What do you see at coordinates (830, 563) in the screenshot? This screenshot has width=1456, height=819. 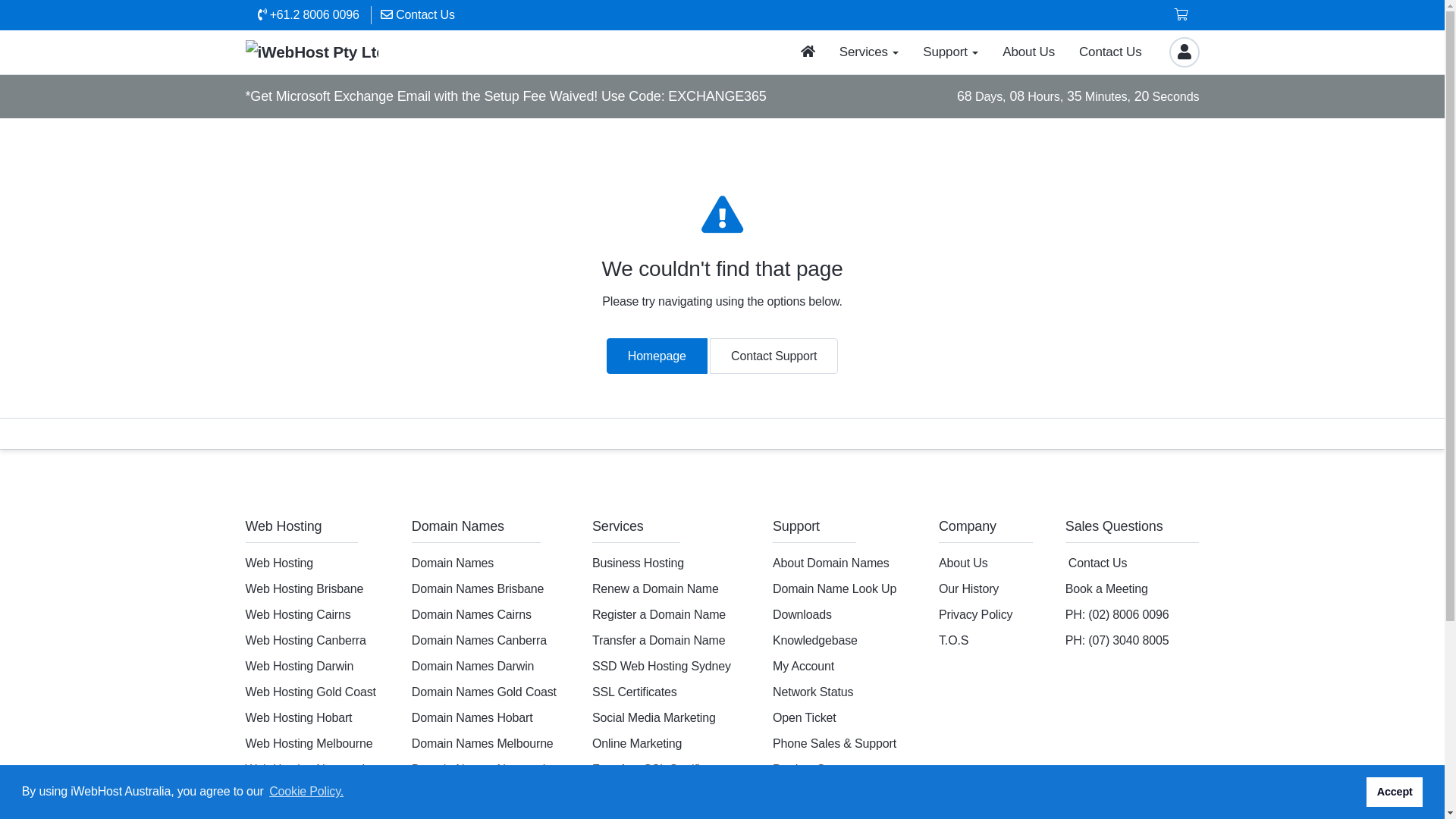 I see `'About Domain Names'` at bounding box center [830, 563].